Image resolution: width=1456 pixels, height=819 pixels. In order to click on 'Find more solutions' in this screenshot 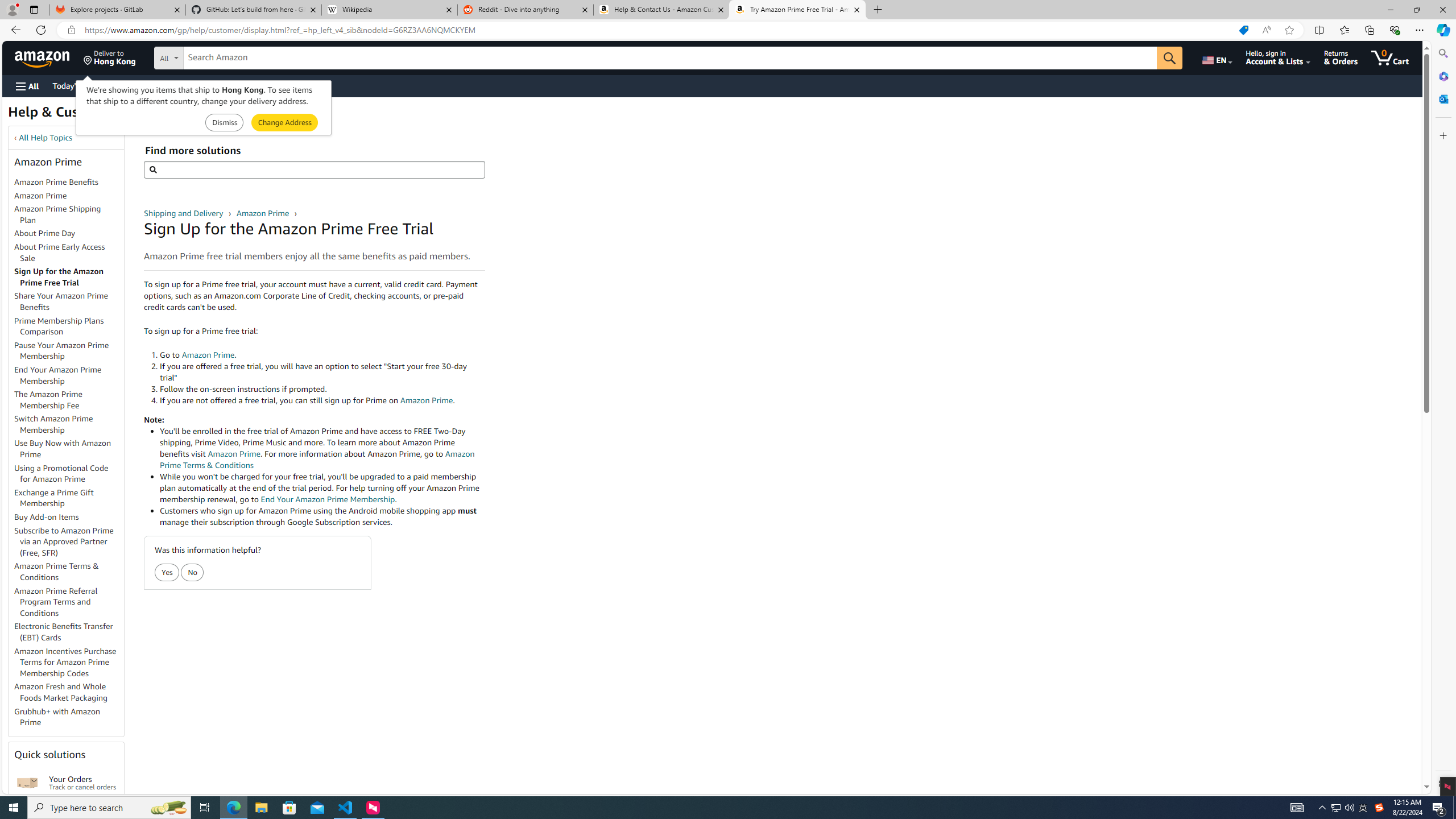, I will do `click(313, 169)`.